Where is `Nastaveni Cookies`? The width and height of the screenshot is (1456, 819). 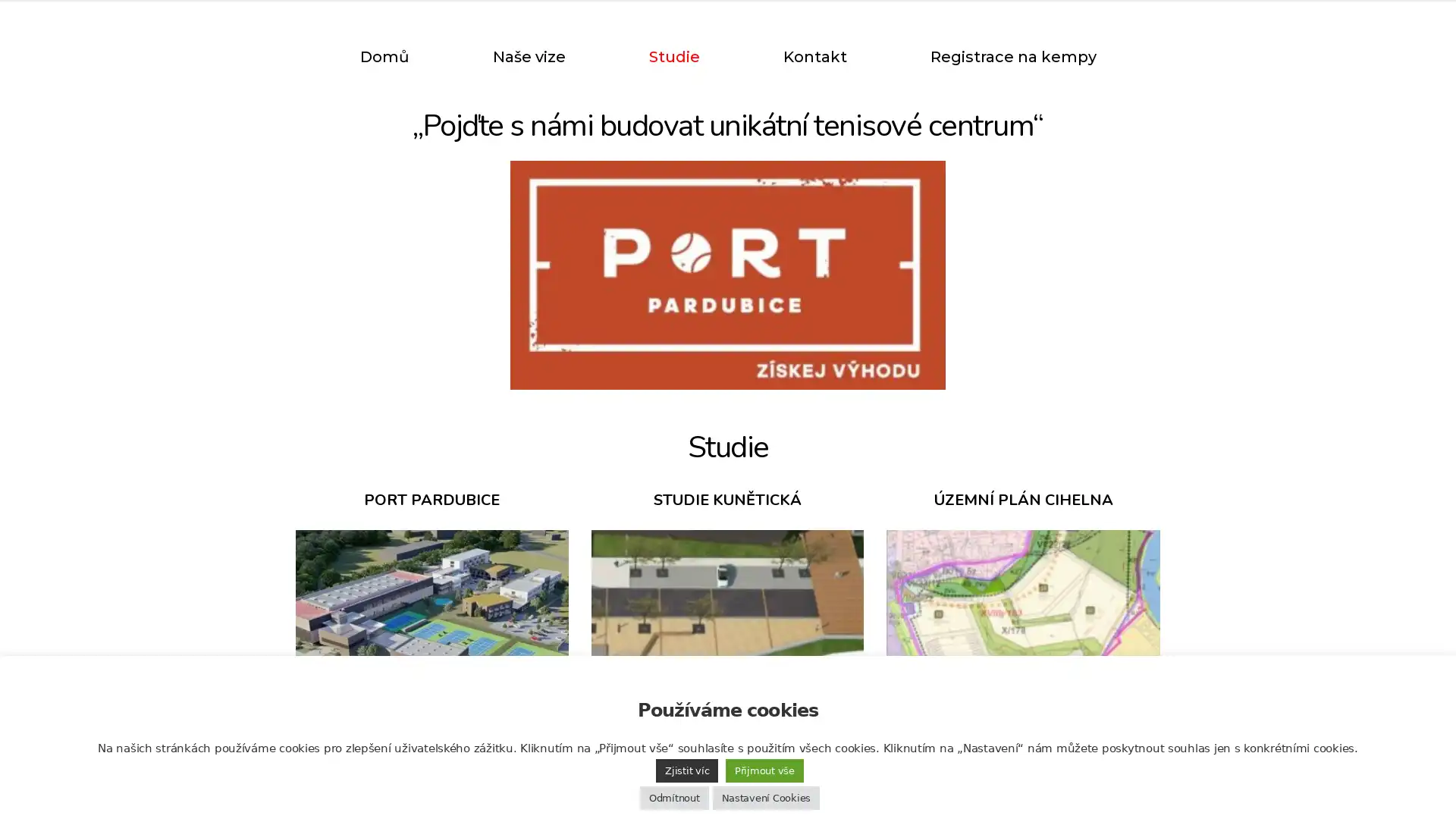
Nastaveni Cookies is located at coordinates (765, 797).